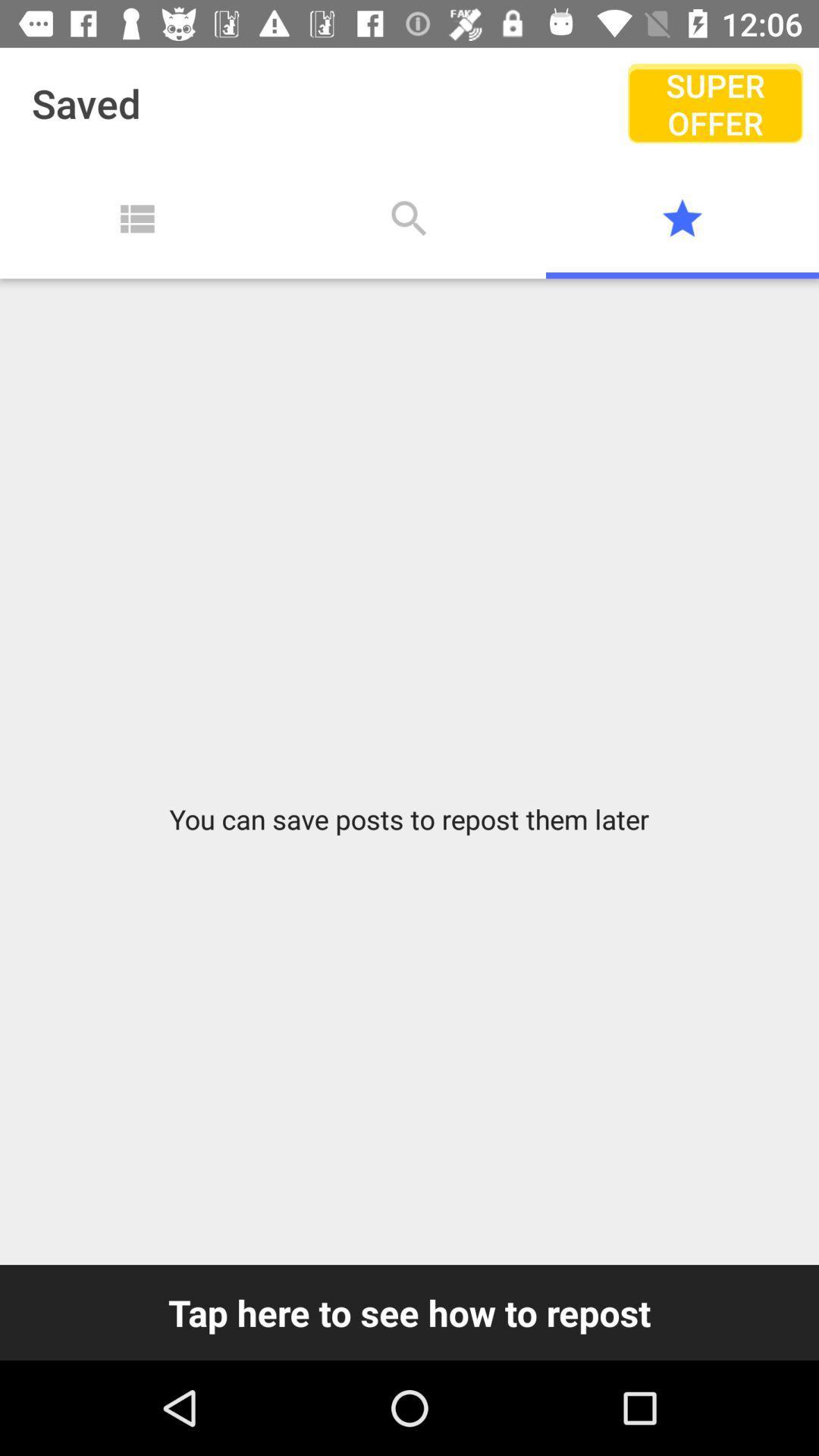  Describe the element at coordinates (715, 102) in the screenshot. I see `the icon to the right of saved` at that location.